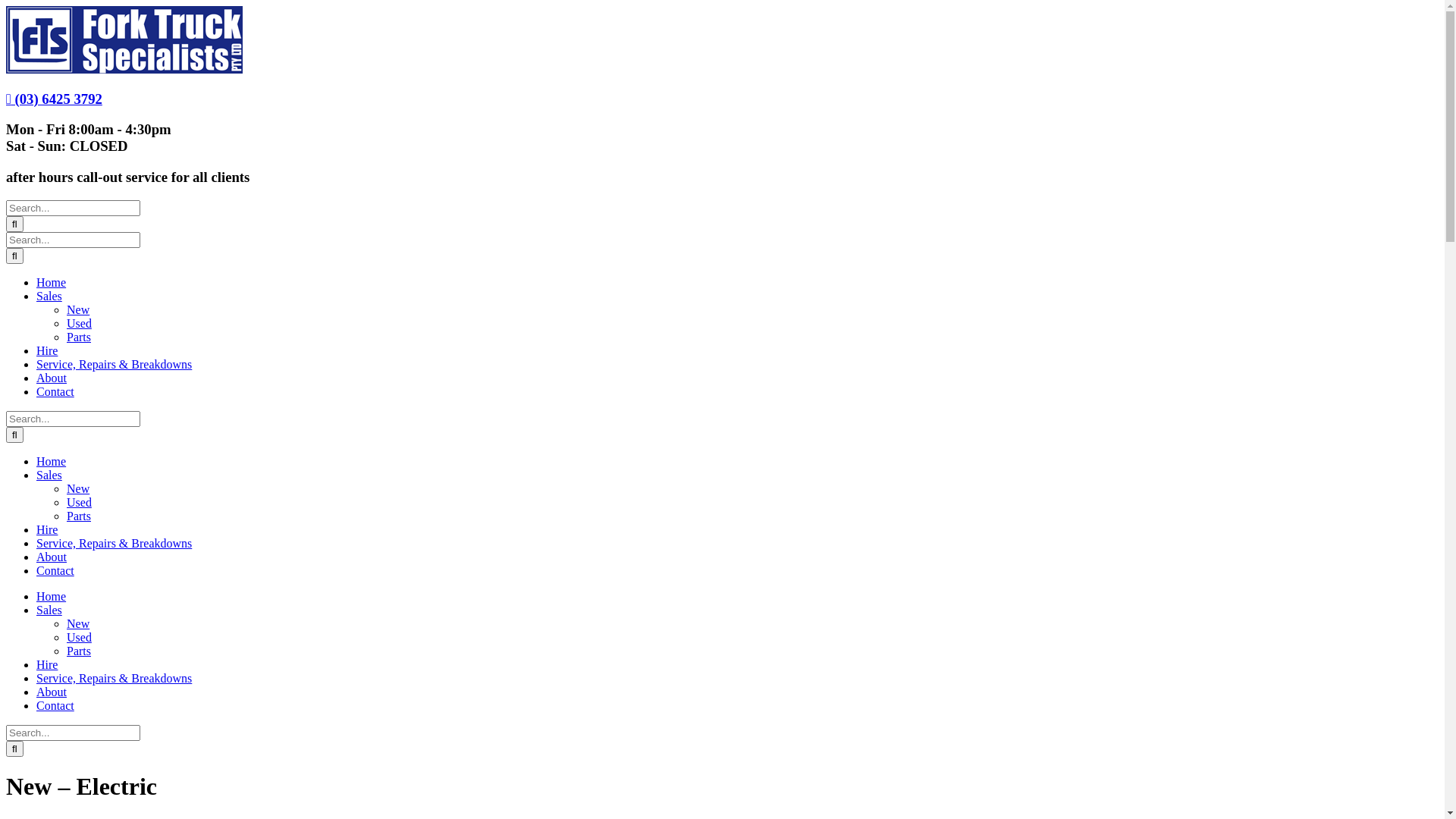 This screenshot has width=1456, height=819. Describe the element at coordinates (113, 364) in the screenshot. I see `'Service, Repairs & Breakdowns'` at that location.